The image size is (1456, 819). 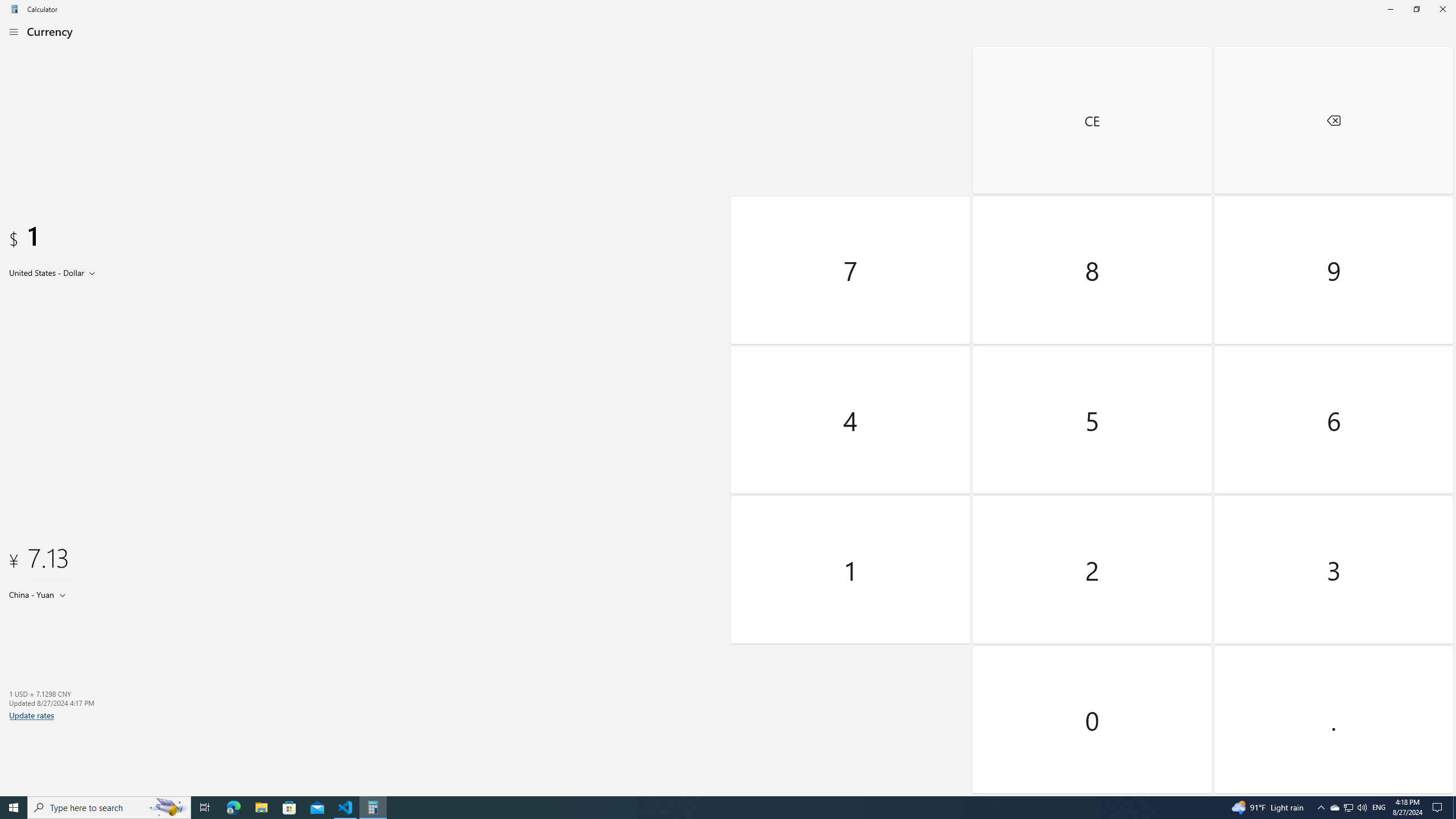 What do you see at coordinates (14, 31) in the screenshot?
I see `'Open Navigation'` at bounding box center [14, 31].